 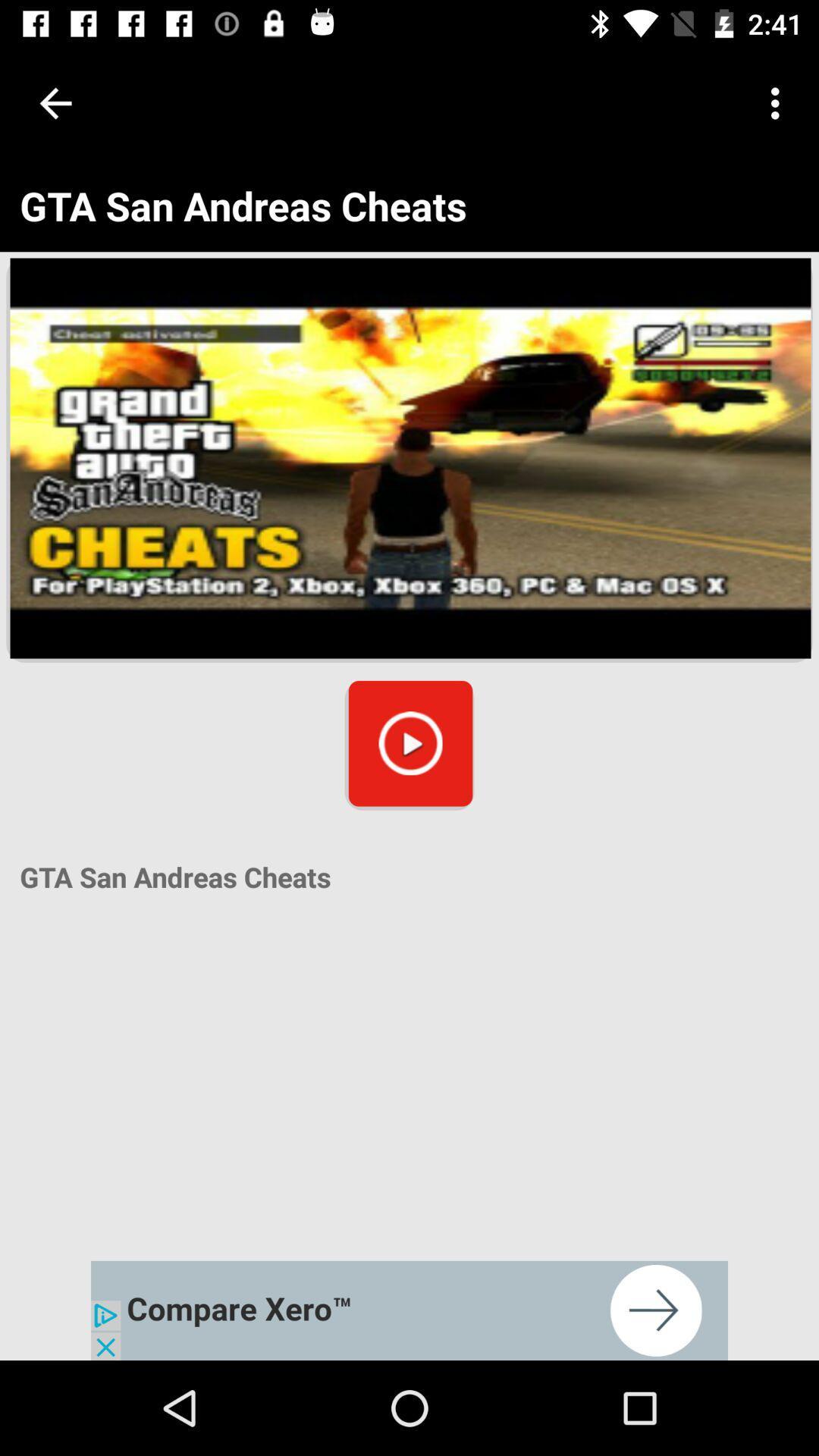 What do you see at coordinates (409, 1310) in the screenshot?
I see `click on advertisement` at bounding box center [409, 1310].